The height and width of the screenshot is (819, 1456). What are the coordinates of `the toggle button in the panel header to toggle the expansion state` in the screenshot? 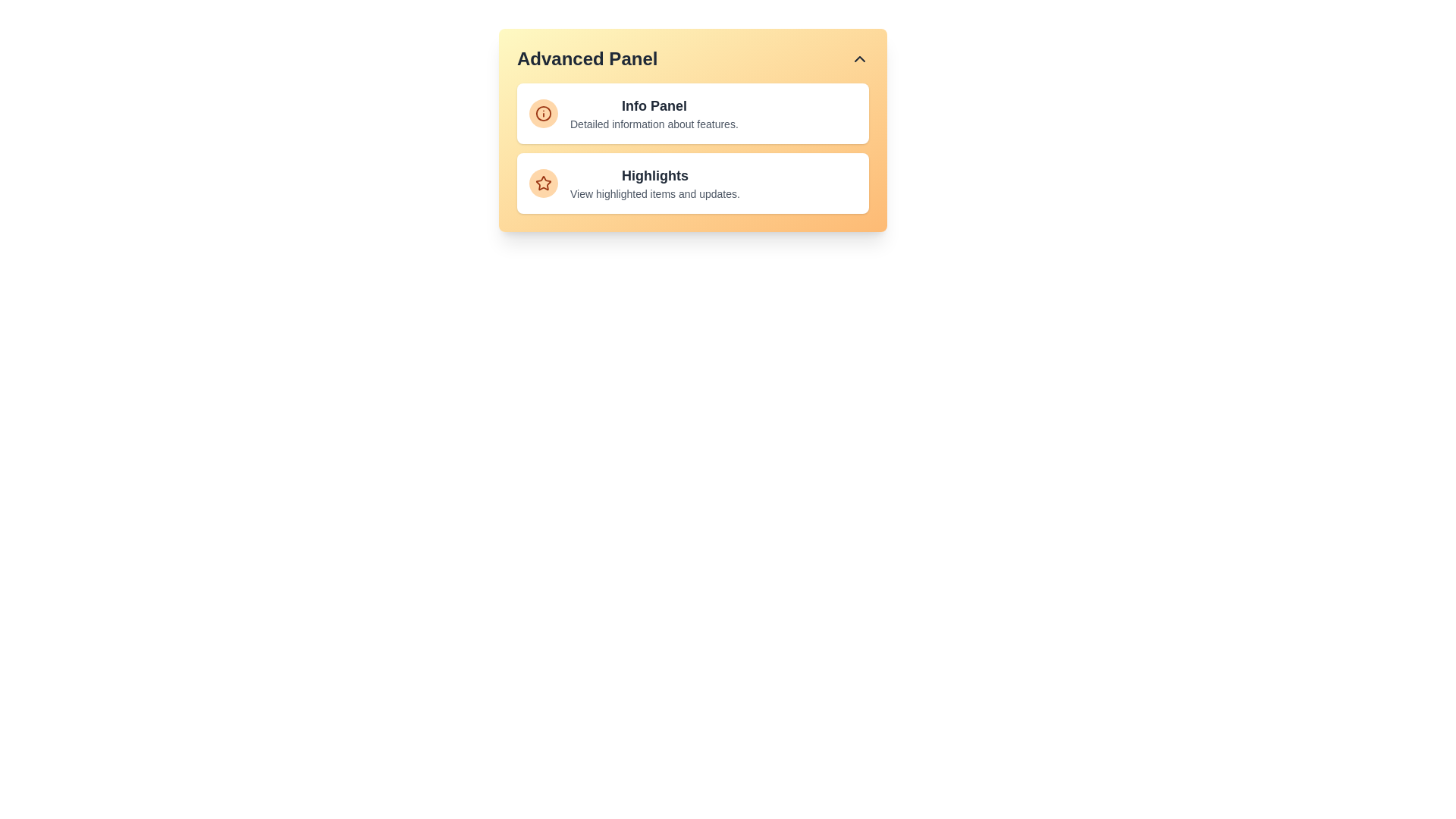 It's located at (859, 58).